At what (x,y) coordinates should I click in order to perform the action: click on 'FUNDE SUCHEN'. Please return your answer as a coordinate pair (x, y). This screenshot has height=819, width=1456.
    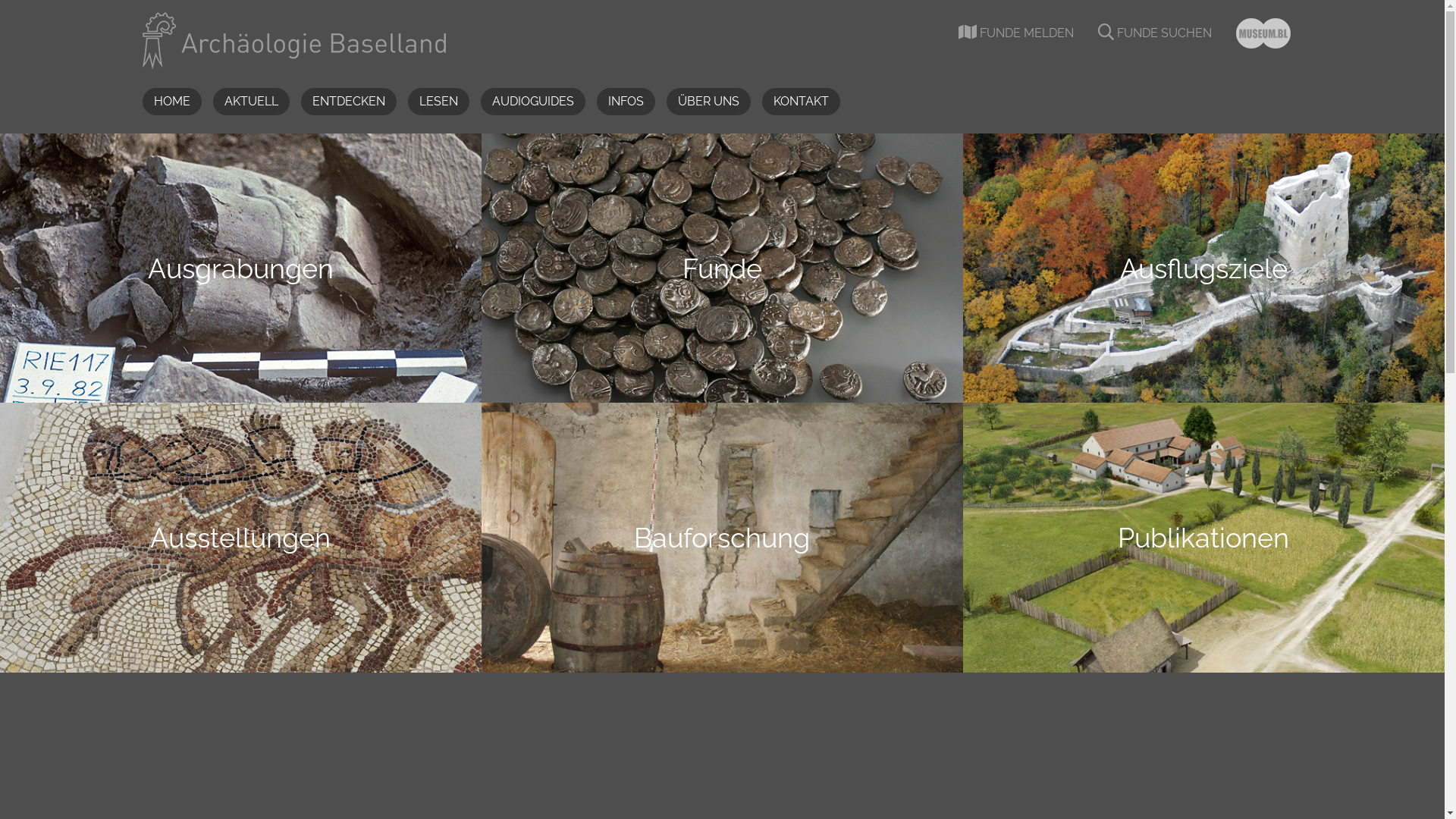
    Looking at the image, I should click on (1153, 33).